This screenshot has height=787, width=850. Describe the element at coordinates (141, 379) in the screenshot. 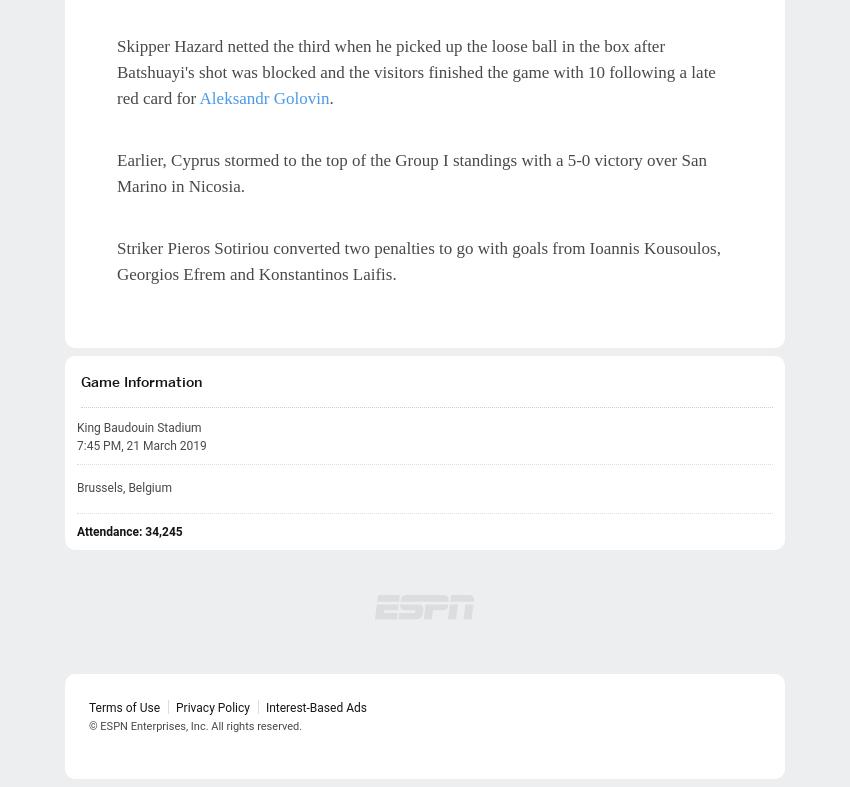

I see `'Game Information'` at that location.